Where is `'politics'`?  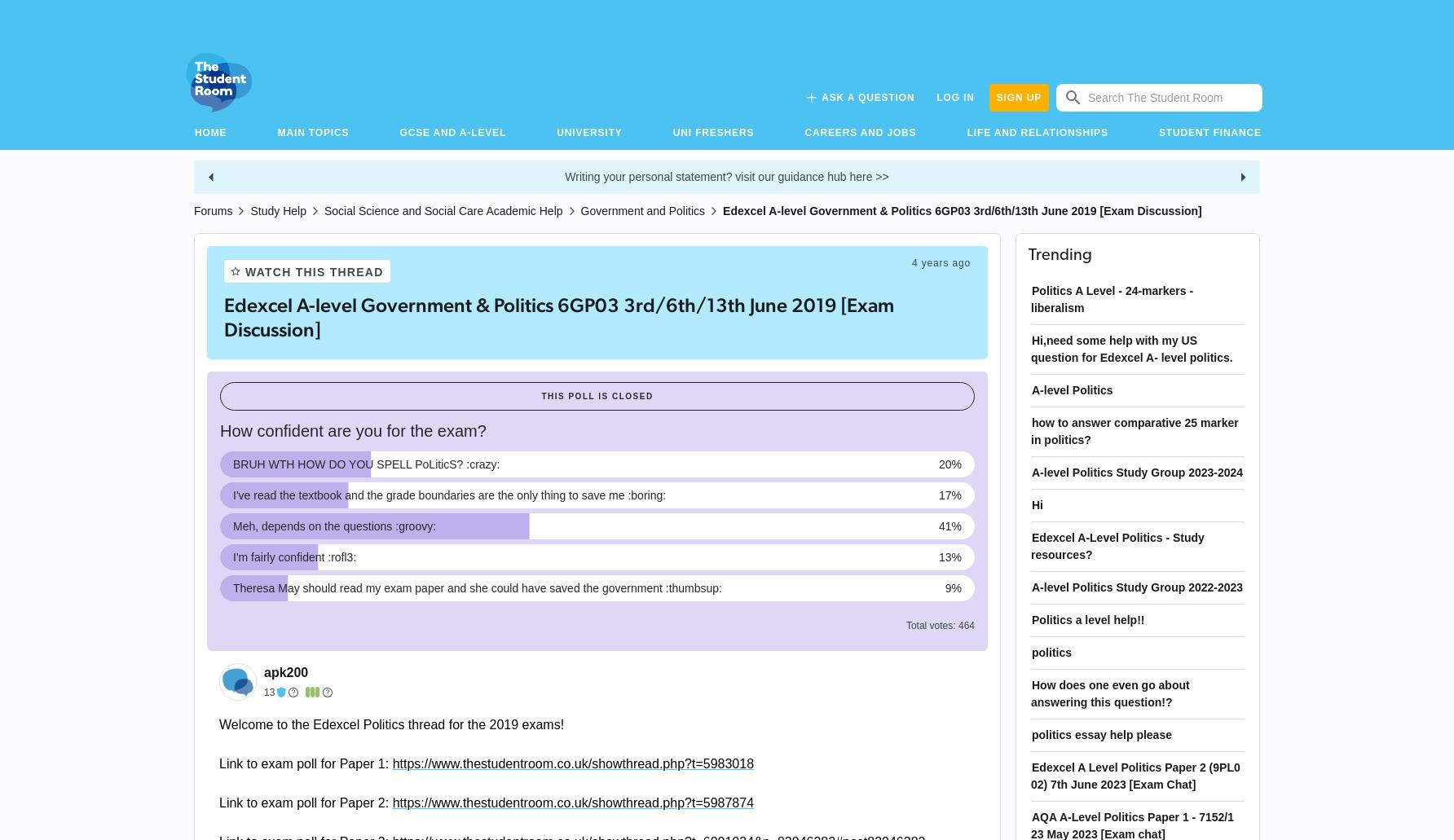 'politics' is located at coordinates (1051, 651).